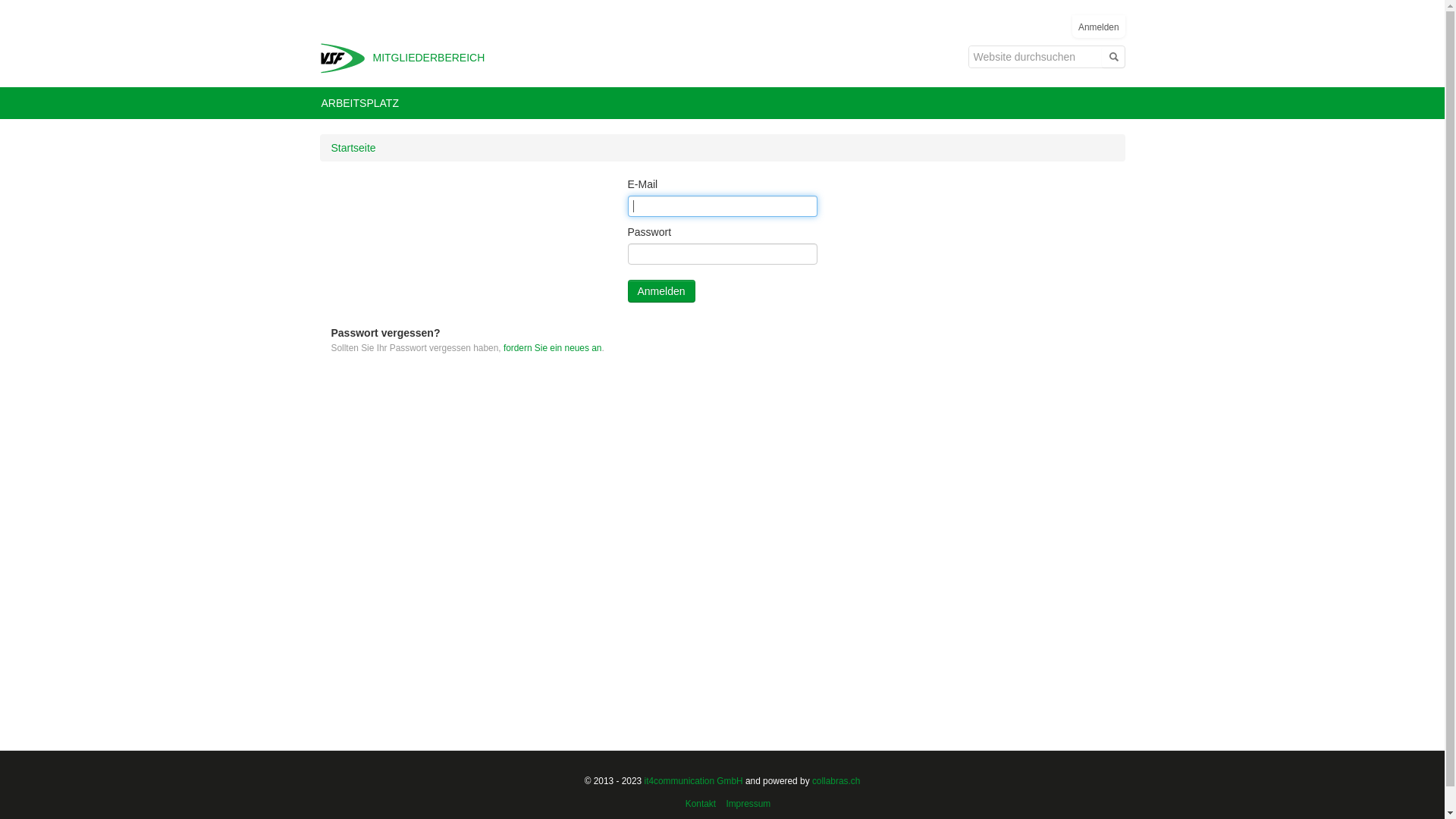 The height and width of the screenshot is (819, 1456). What do you see at coordinates (1033, 55) in the screenshot?
I see `'Website durchsuchen'` at bounding box center [1033, 55].